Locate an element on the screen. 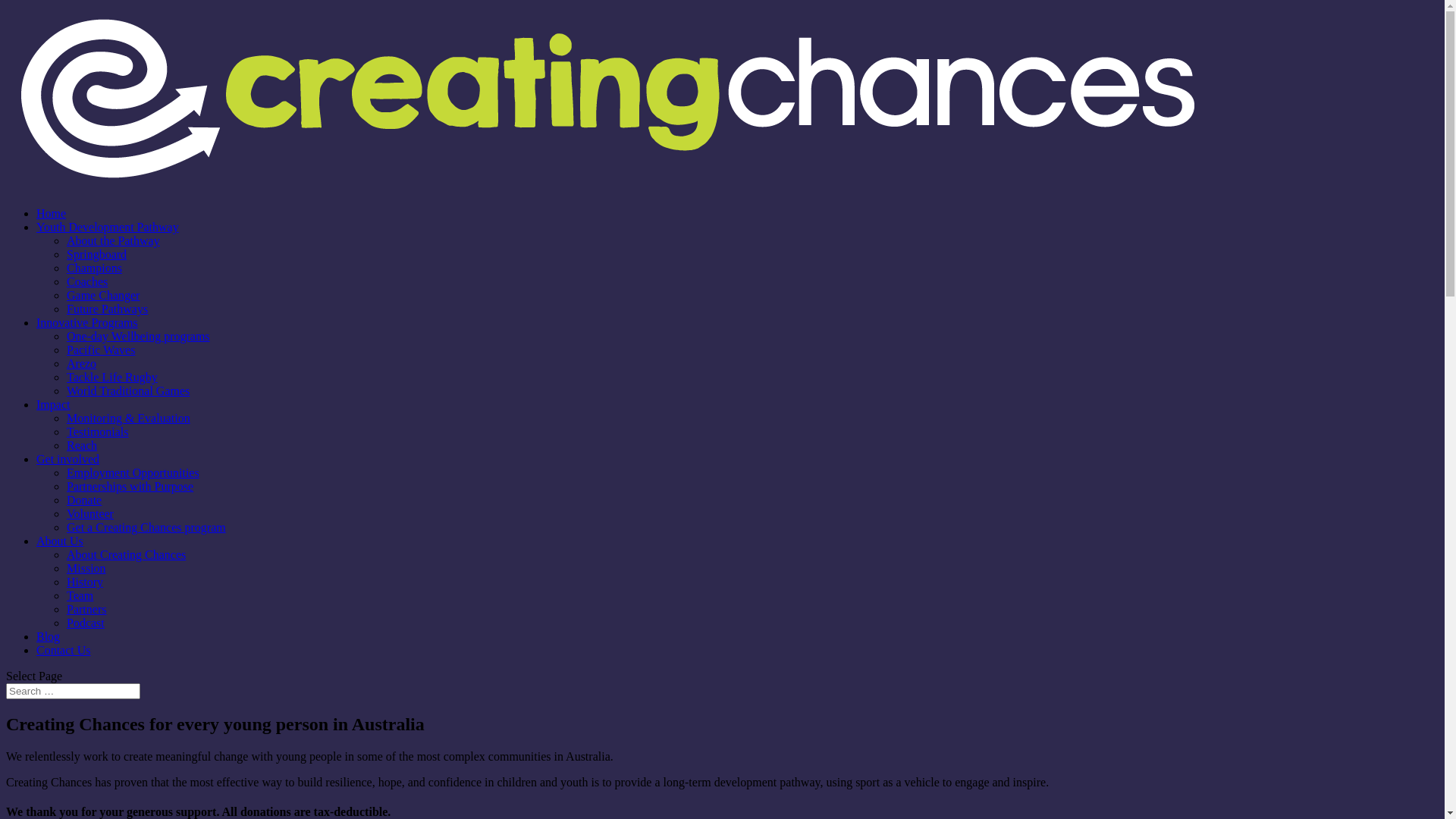 Image resolution: width=1456 pixels, height=819 pixels. 'Monitoring & Evaluation' is located at coordinates (128, 418).